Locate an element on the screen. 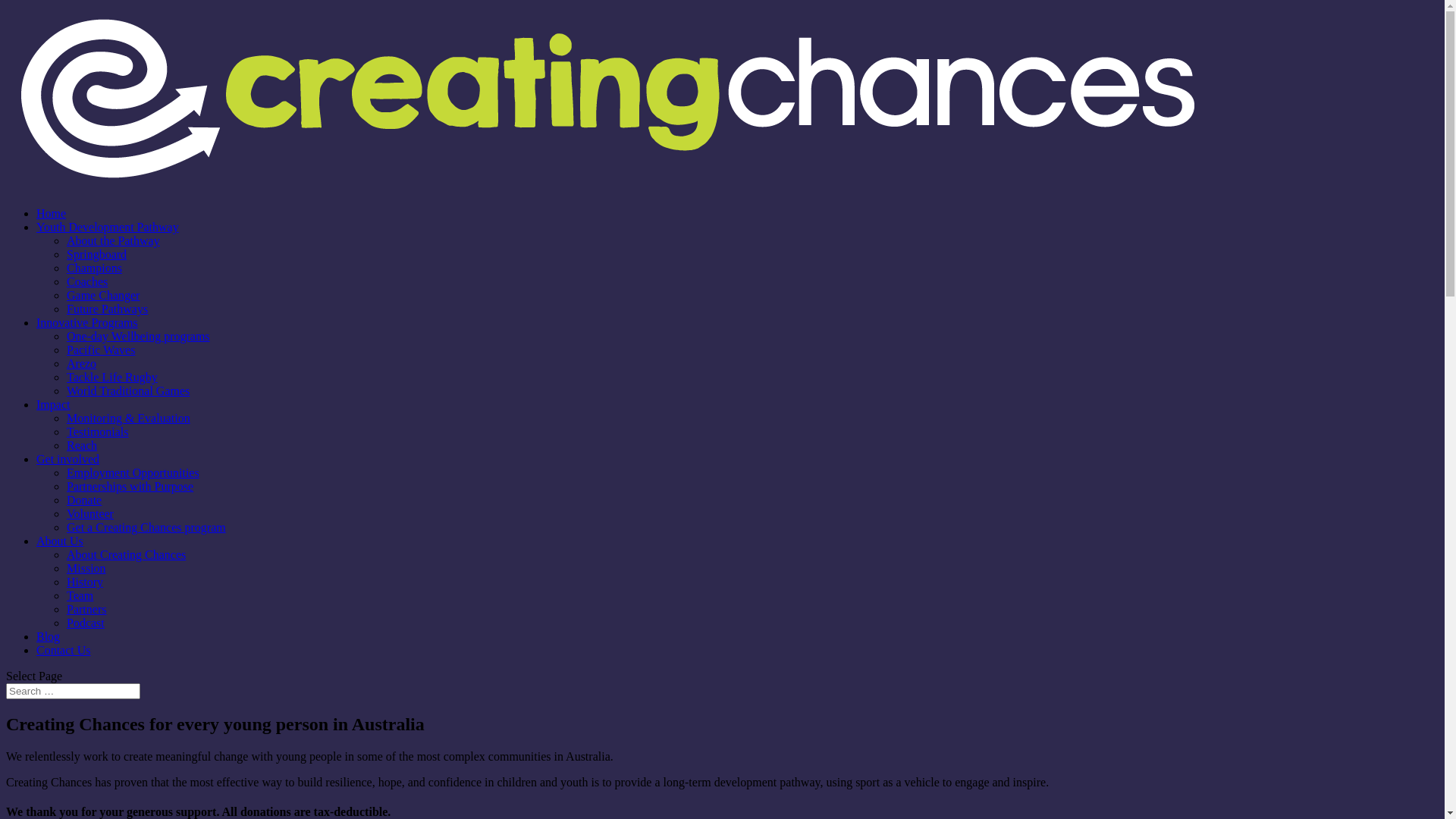 Image resolution: width=1456 pixels, height=819 pixels. 'Monitoring & Evaluation' is located at coordinates (128, 418).